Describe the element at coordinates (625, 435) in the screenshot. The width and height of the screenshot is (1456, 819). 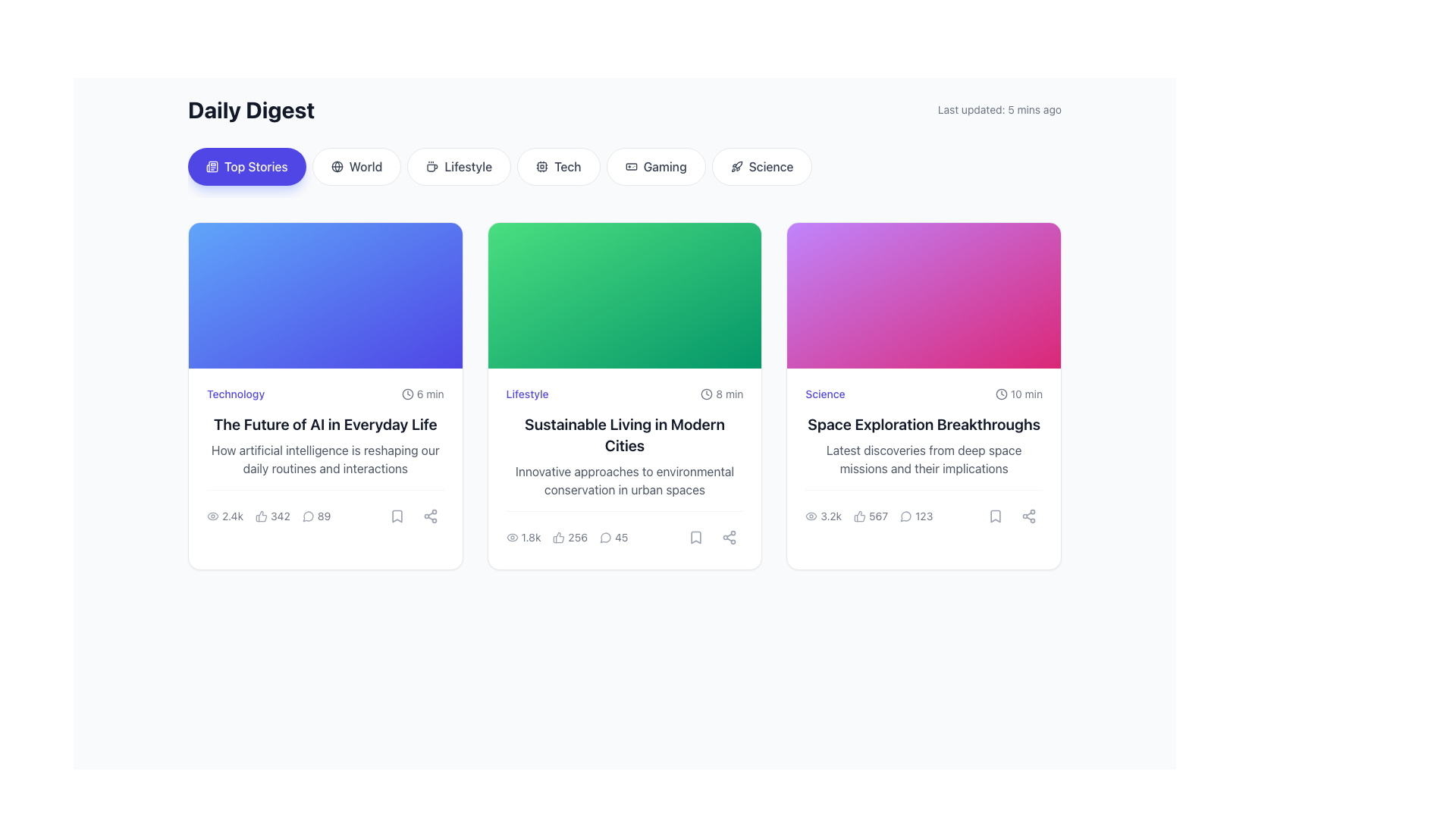
I see `text label that displays 'Sustainable Living in Modern Cities', which is prominently styled in bold black font and located within the central card of a three-card grid layout` at that location.